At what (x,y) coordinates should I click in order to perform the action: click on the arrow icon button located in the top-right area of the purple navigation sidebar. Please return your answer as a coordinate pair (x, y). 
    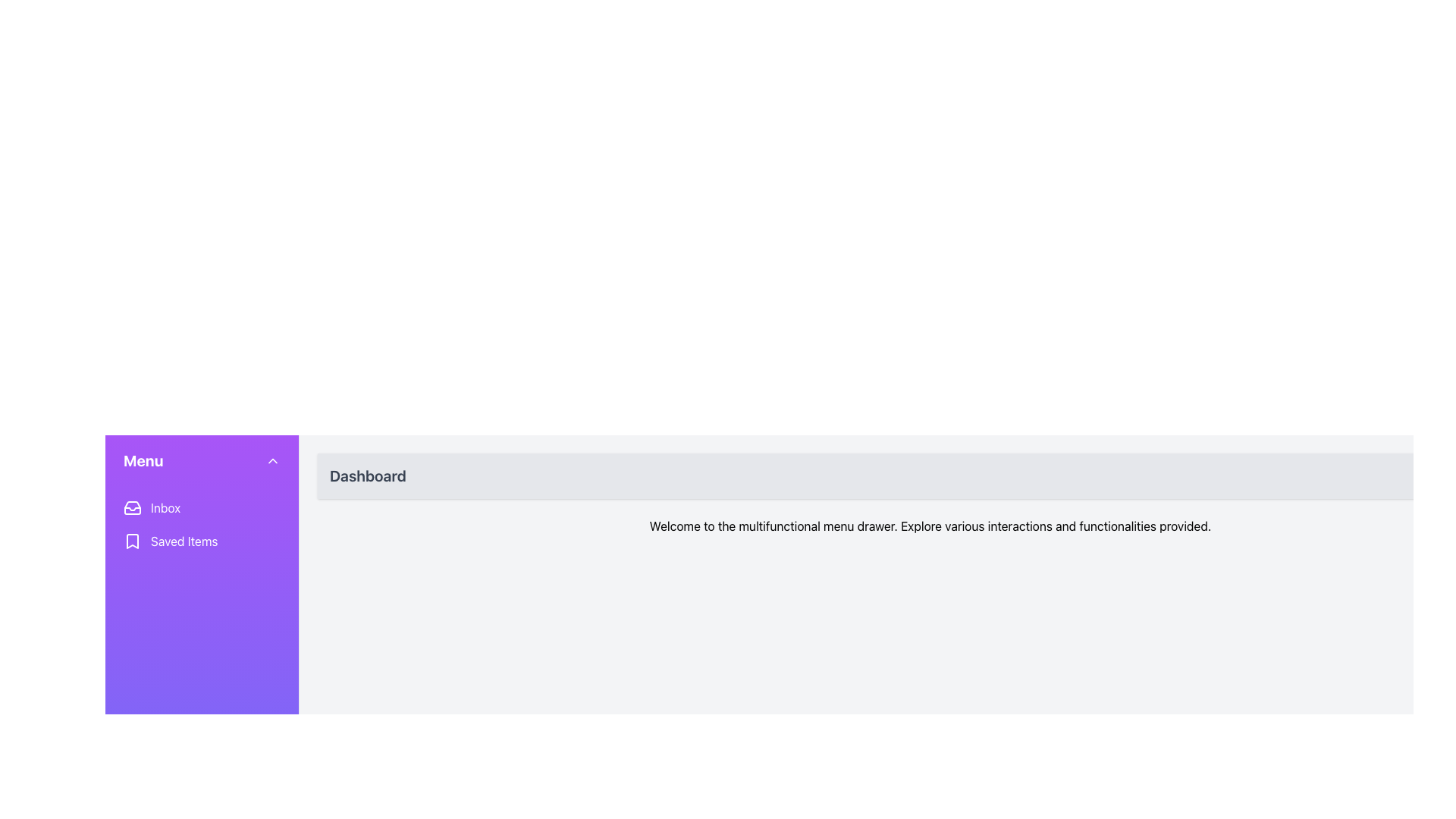
    Looking at the image, I should click on (273, 460).